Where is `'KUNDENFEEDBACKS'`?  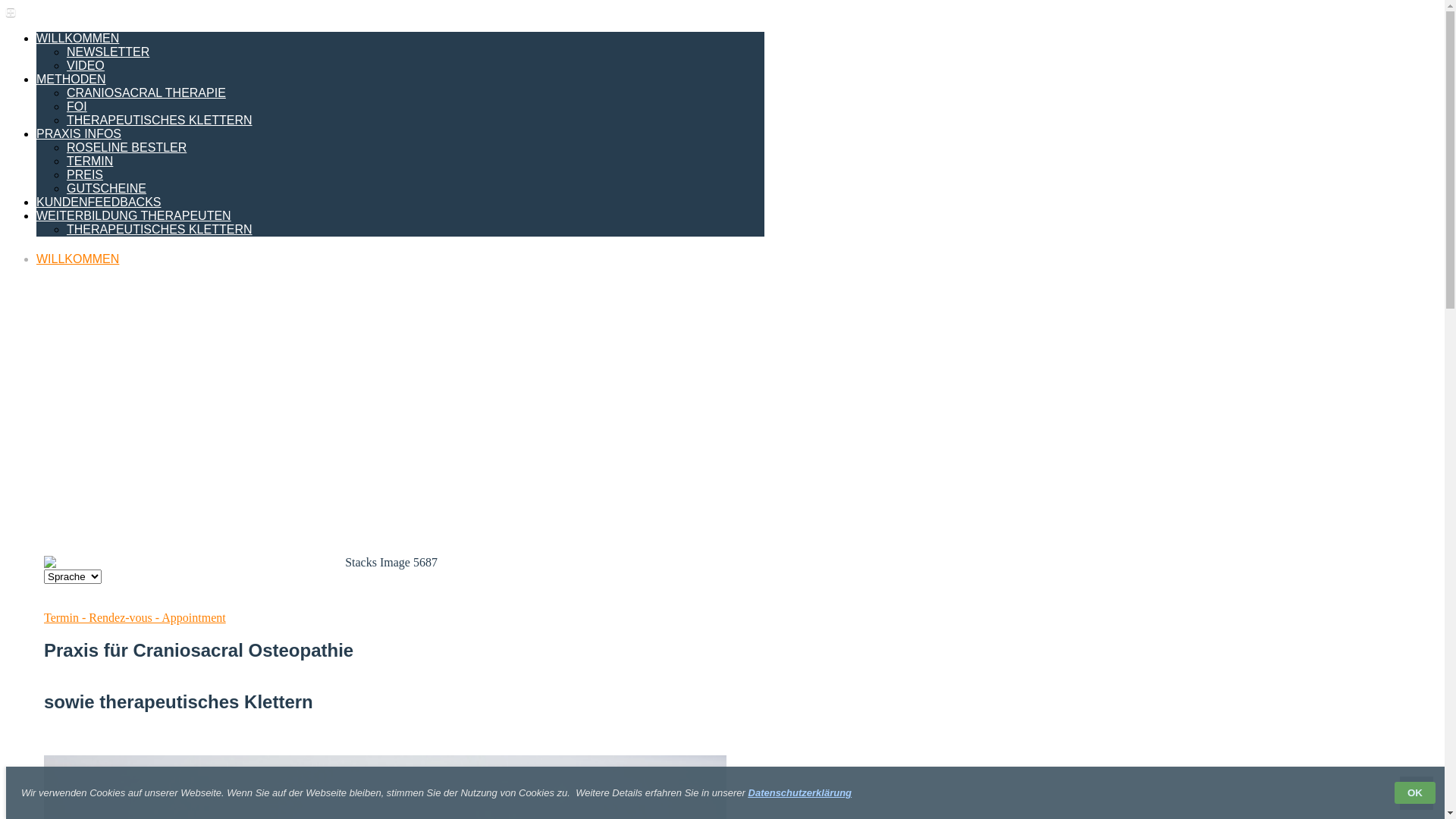
'KUNDENFEEDBACKS' is located at coordinates (97, 201).